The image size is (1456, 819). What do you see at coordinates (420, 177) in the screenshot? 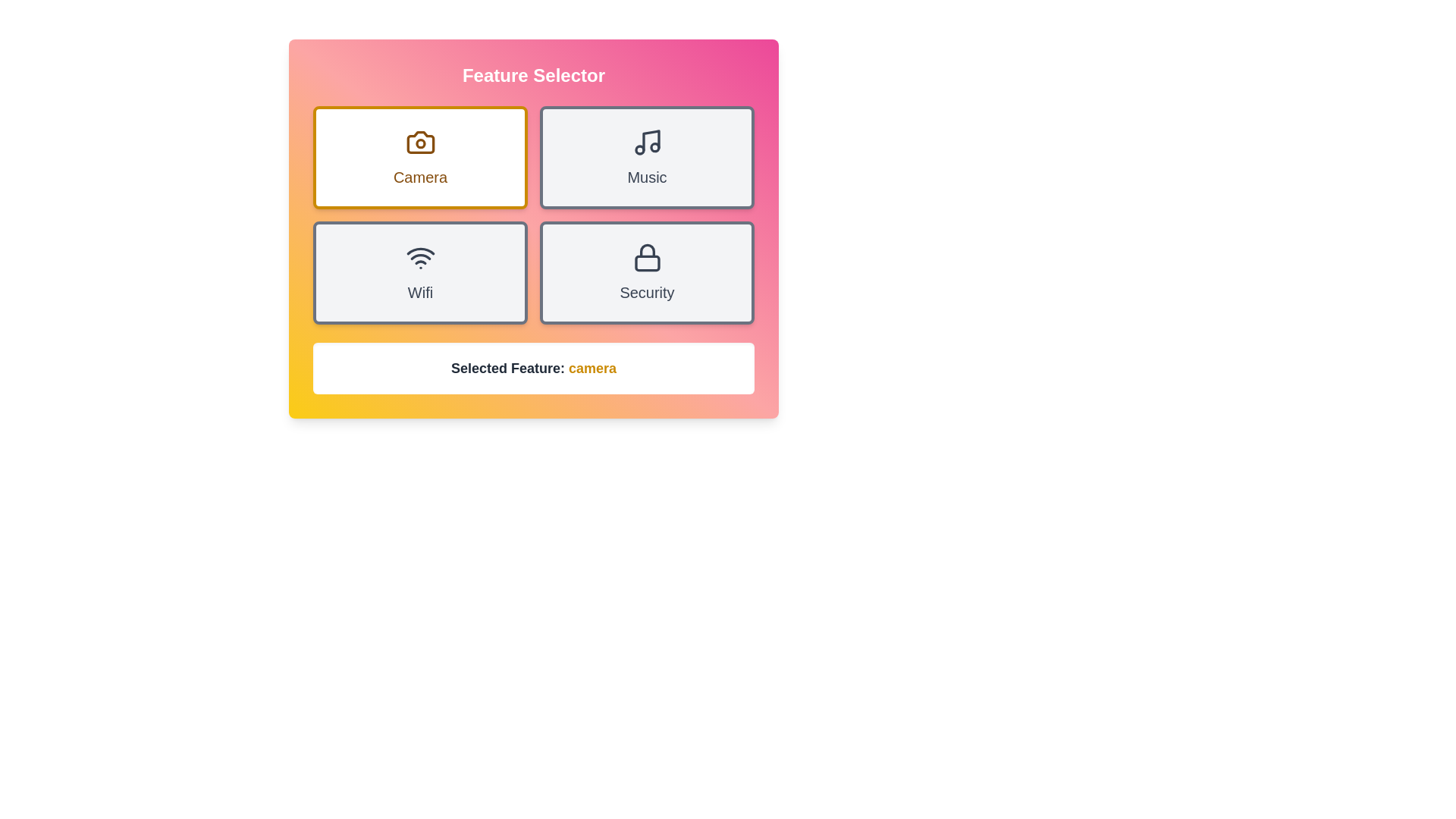
I see `the Text Label that describes the 'Camera' feature, located in the top-left card of the grid under the 'Feature Selector' header` at bounding box center [420, 177].